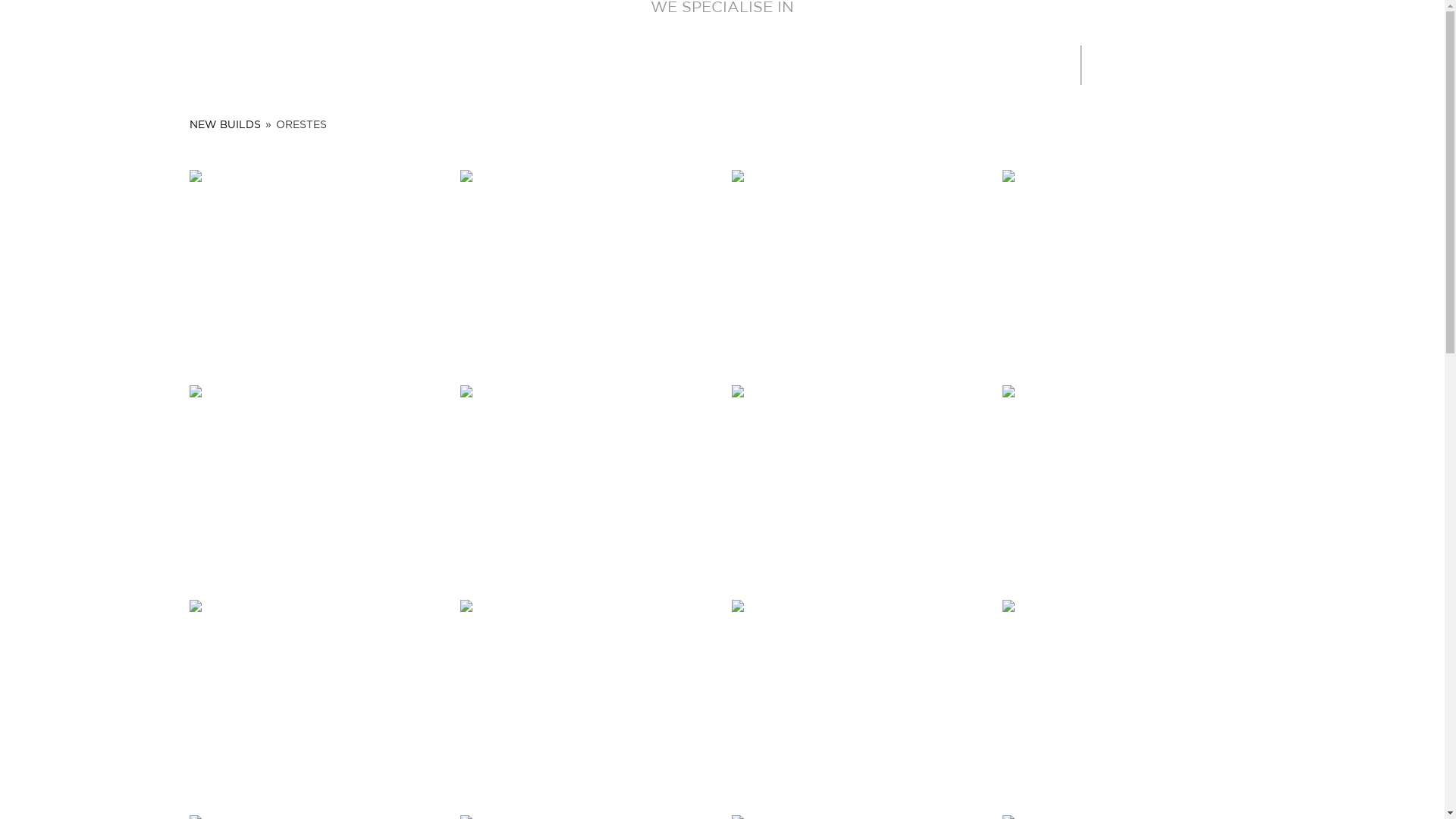 This screenshot has height=819, width=1456. What do you see at coordinates (1128, 267) in the screenshot?
I see `'Orestes'` at bounding box center [1128, 267].